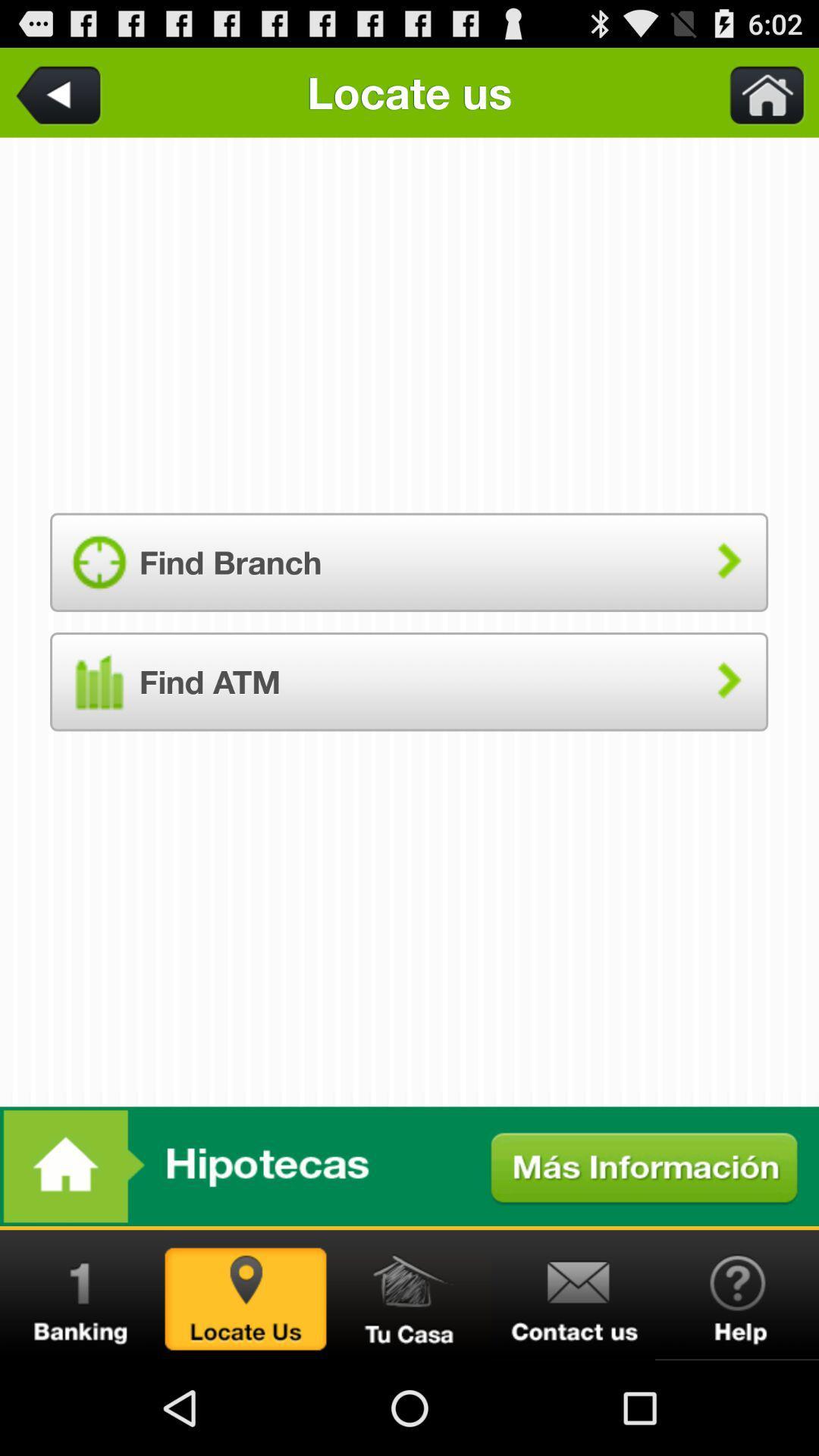  What do you see at coordinates (736, 1294) in the screenshot?
I see `help button` at bounding box center [736, 1294].